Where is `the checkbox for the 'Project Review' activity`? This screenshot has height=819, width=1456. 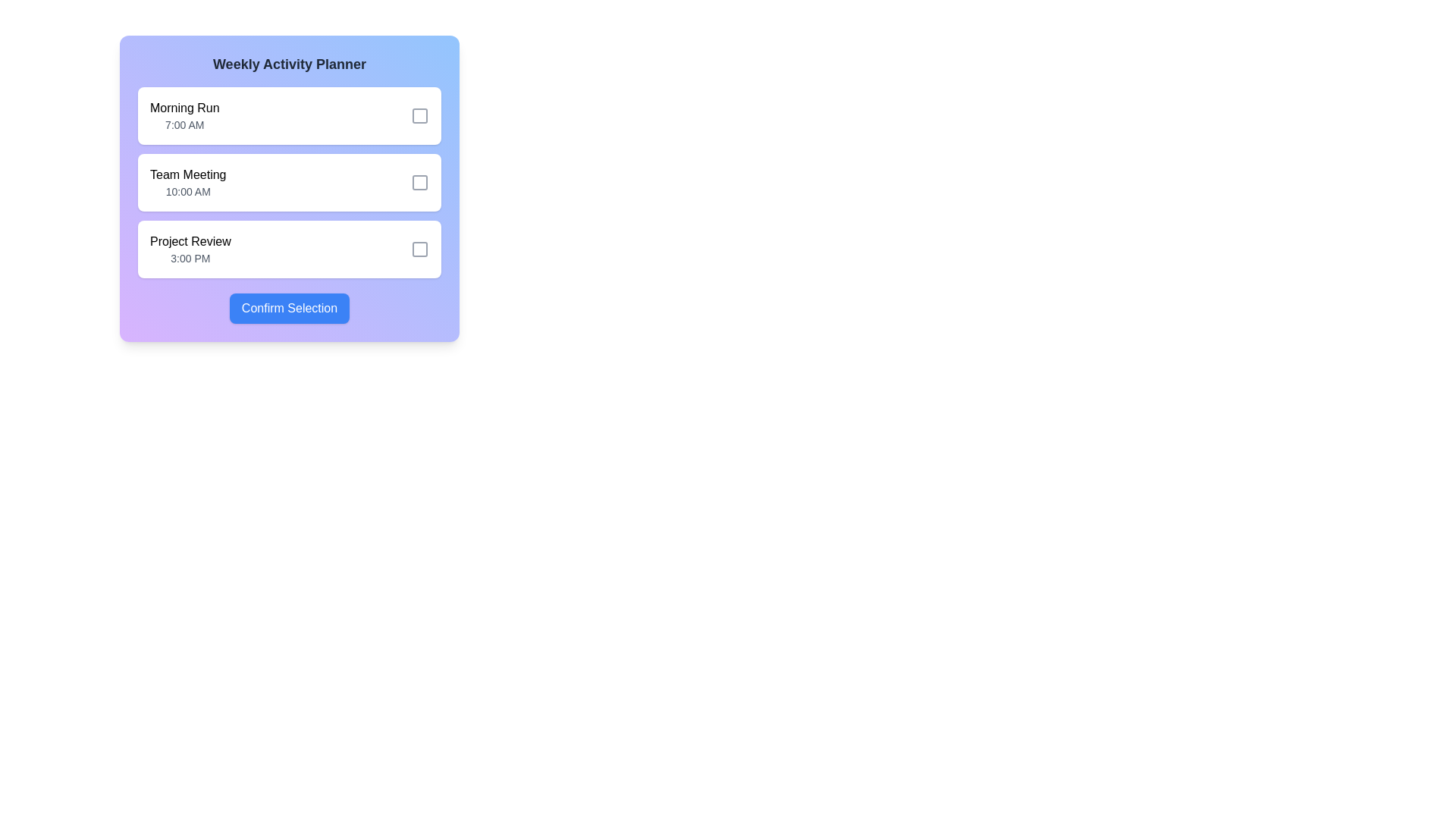
the checkbox for the 'Project Review' activity is located at coordinates (419, 248).